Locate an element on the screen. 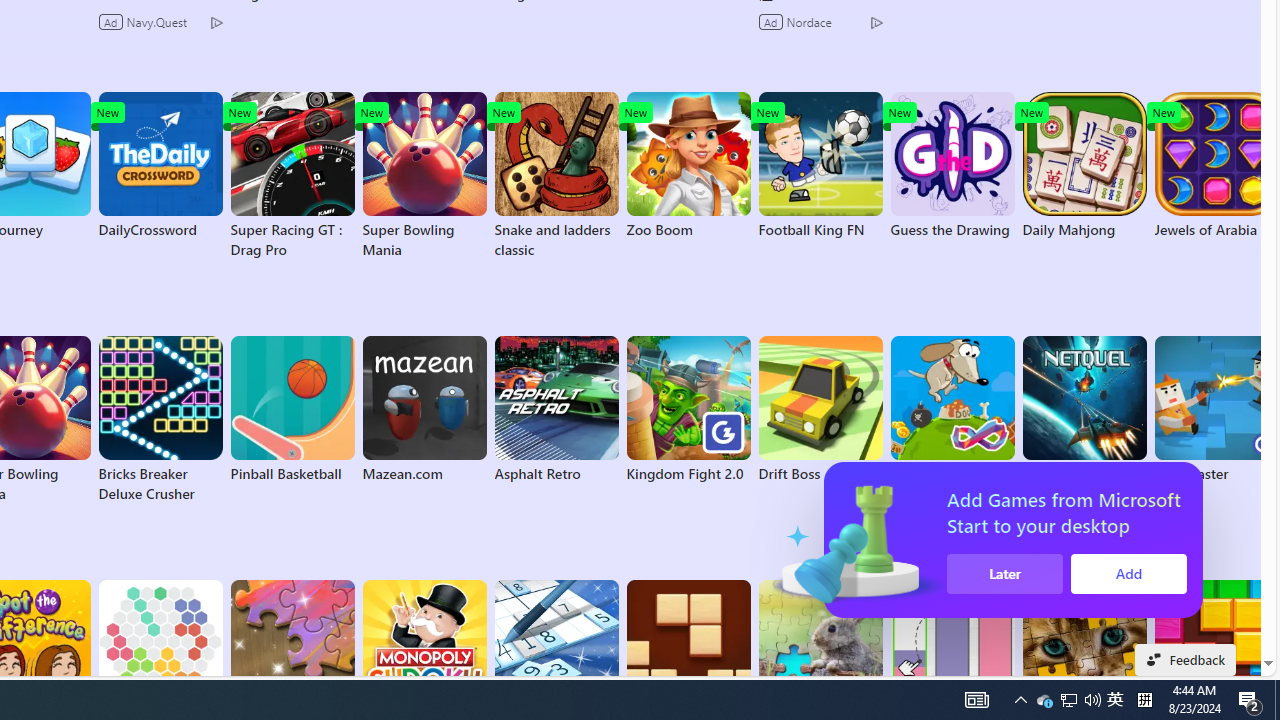  'Jewels of Arabia' is located at coordinates (1215, 164).